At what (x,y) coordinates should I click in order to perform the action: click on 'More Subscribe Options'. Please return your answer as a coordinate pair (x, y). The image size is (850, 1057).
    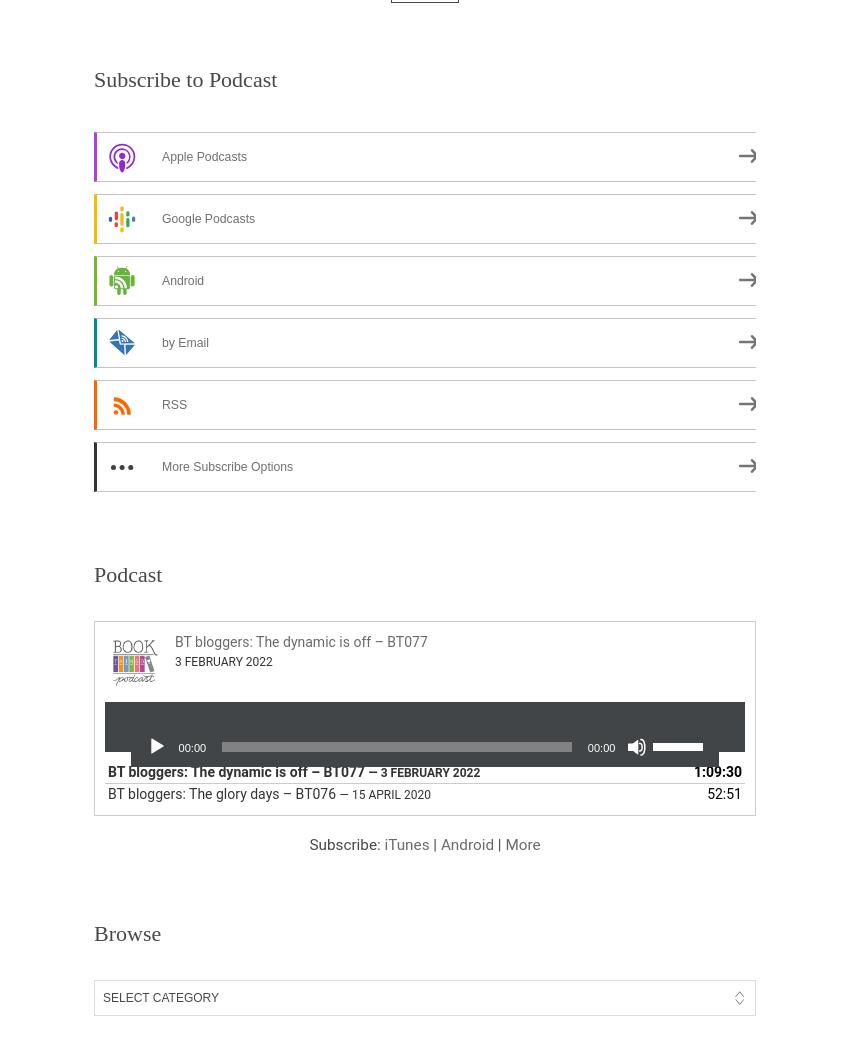
    Looking at the image, I should click on (227, 466).